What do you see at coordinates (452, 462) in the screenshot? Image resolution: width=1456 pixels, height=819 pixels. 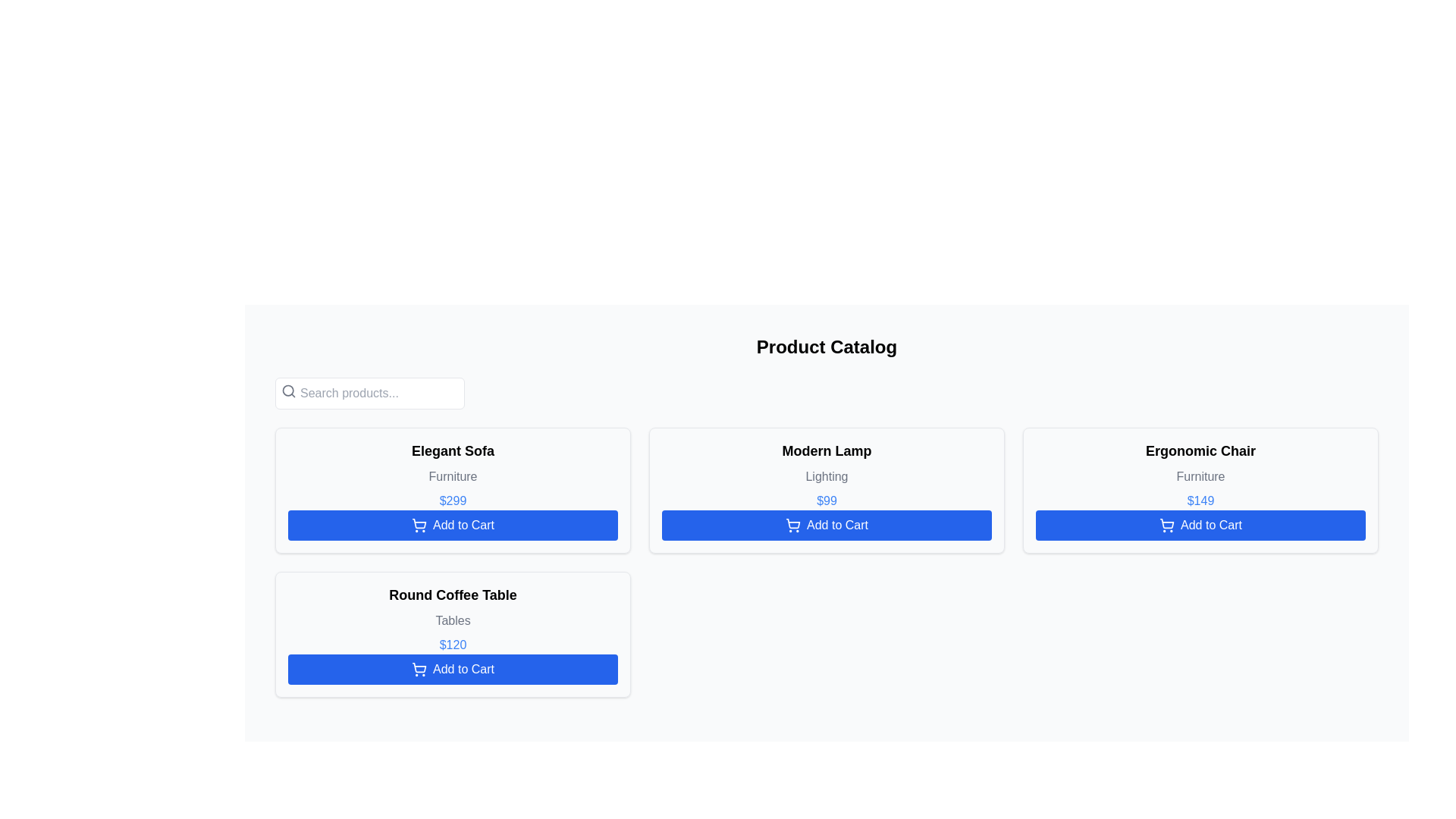 I see `the text display element that shows the name and category of the product item, located at the top-center of the card component, above the pricing text` at bounding box center [452, 462].